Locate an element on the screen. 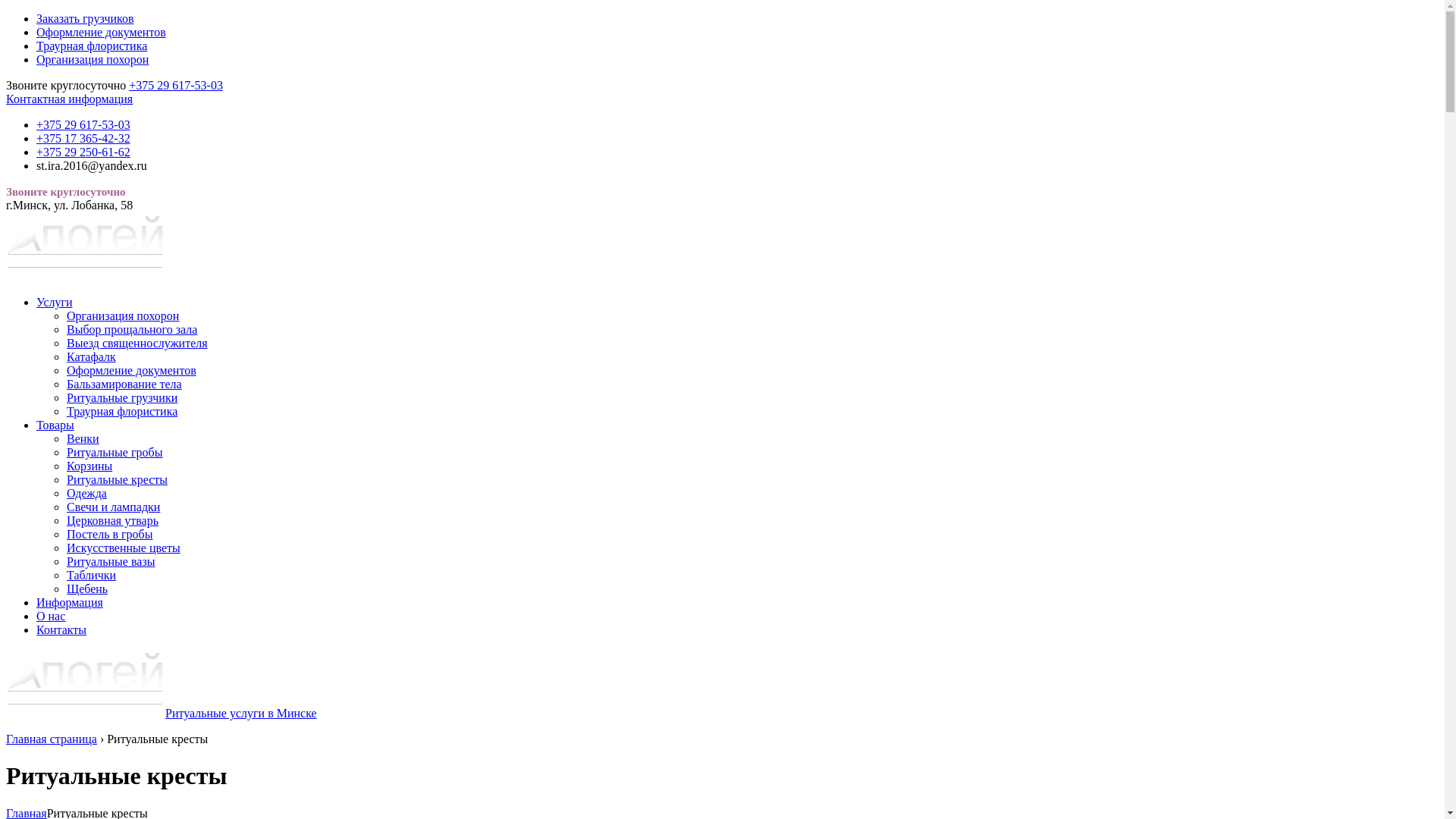  '+375 29 617-53-03' is located at coordinates (175, 85).